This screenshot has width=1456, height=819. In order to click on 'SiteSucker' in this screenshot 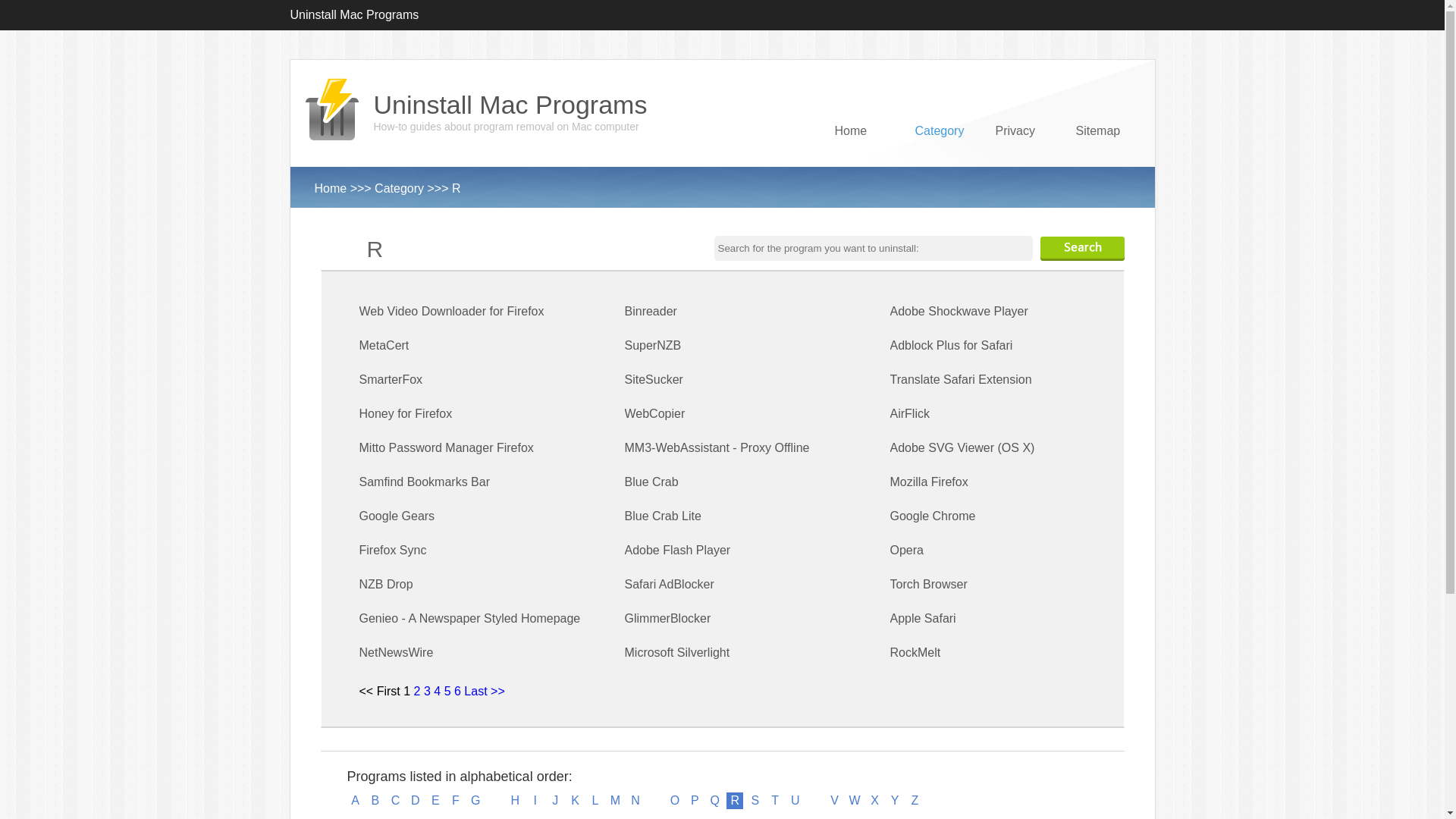, I will do `click(654, 378)`.